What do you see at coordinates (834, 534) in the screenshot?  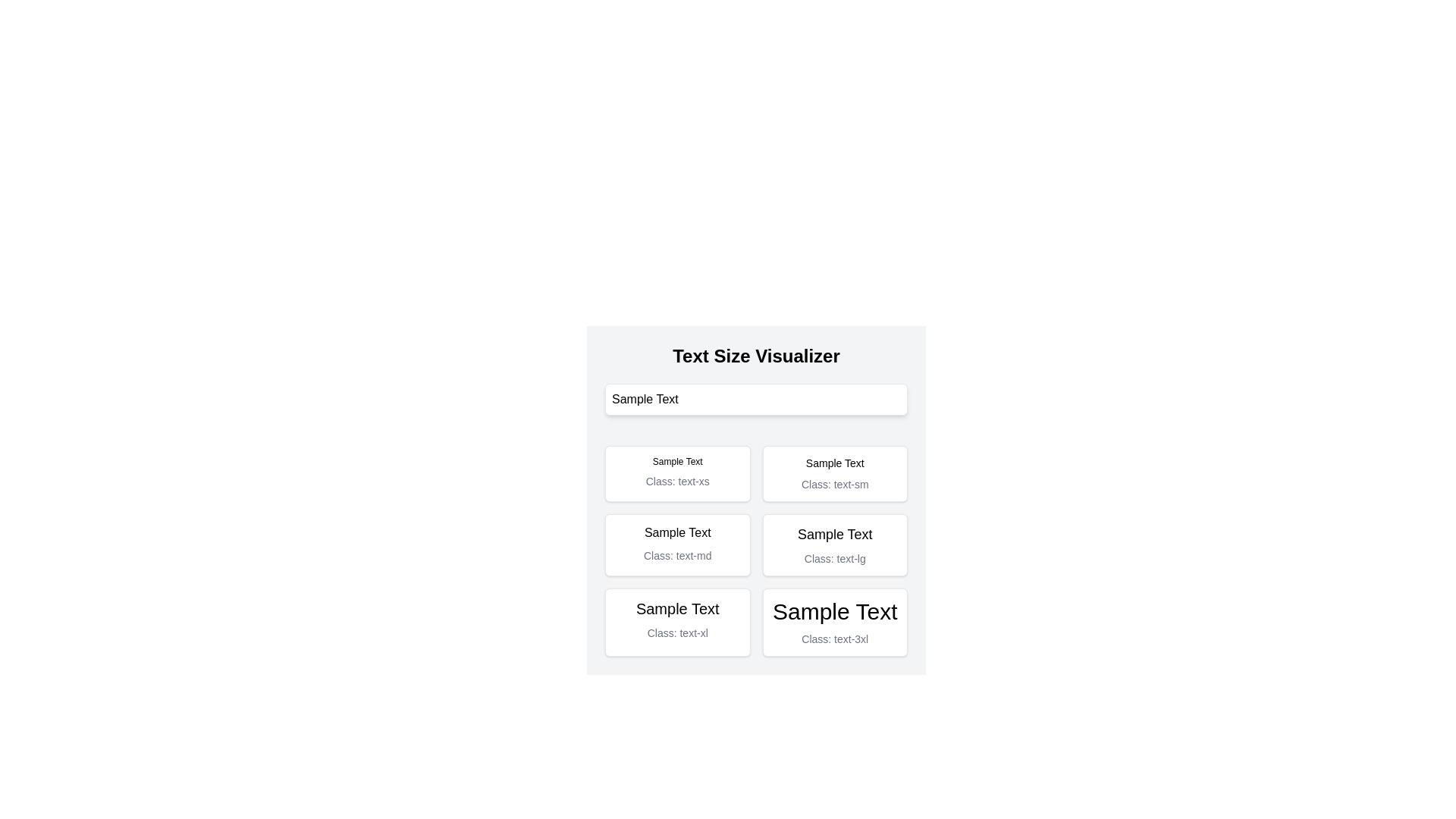 I see `the static text label displaying 'Sample Text', which is located in the center-right quadrant of the layout, above the smaller text 'Class: text-lg'` at bounding box center [834, 534].